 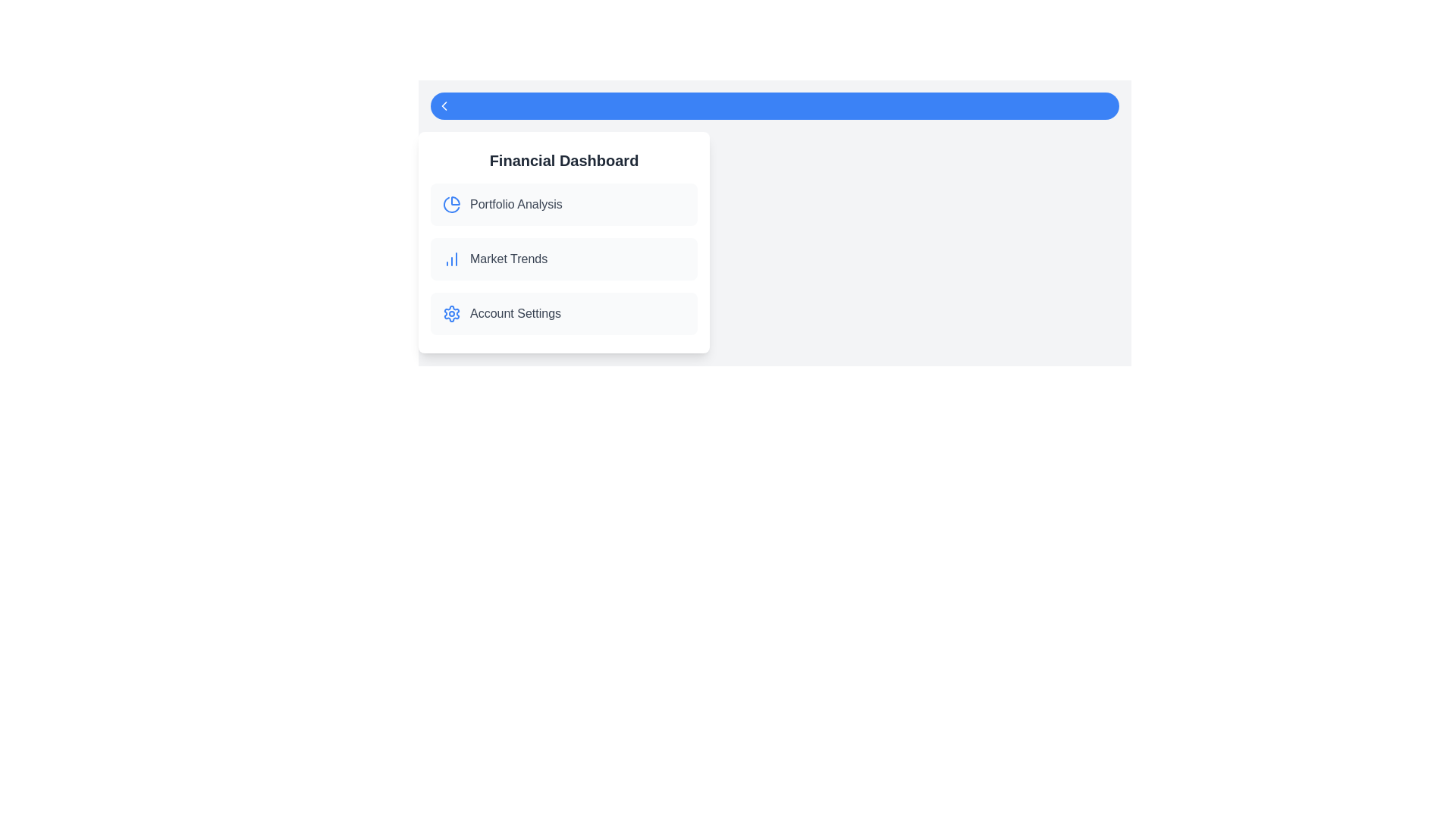 What do you see at coordinates (563, 205) in the screenshot?
I see `the 'Portfolio Analysis' panel` at bounding box center [563, 205].